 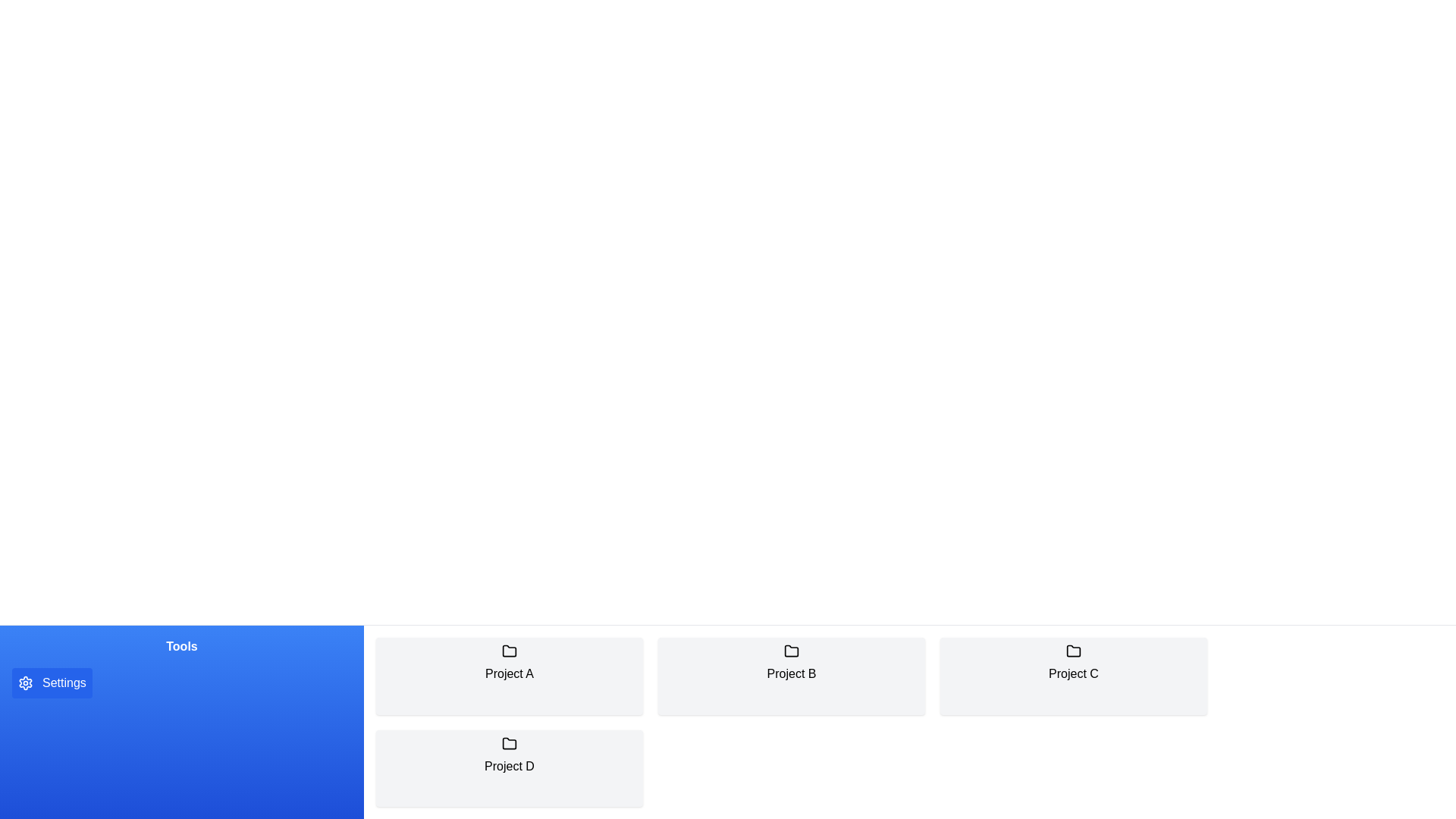 What do you see at coordinates (510, 651) in the screenshot?
I see `the folder icon representing 'Project A' located at the top of the 'Project A' panel` at bounding box center [510, 651].